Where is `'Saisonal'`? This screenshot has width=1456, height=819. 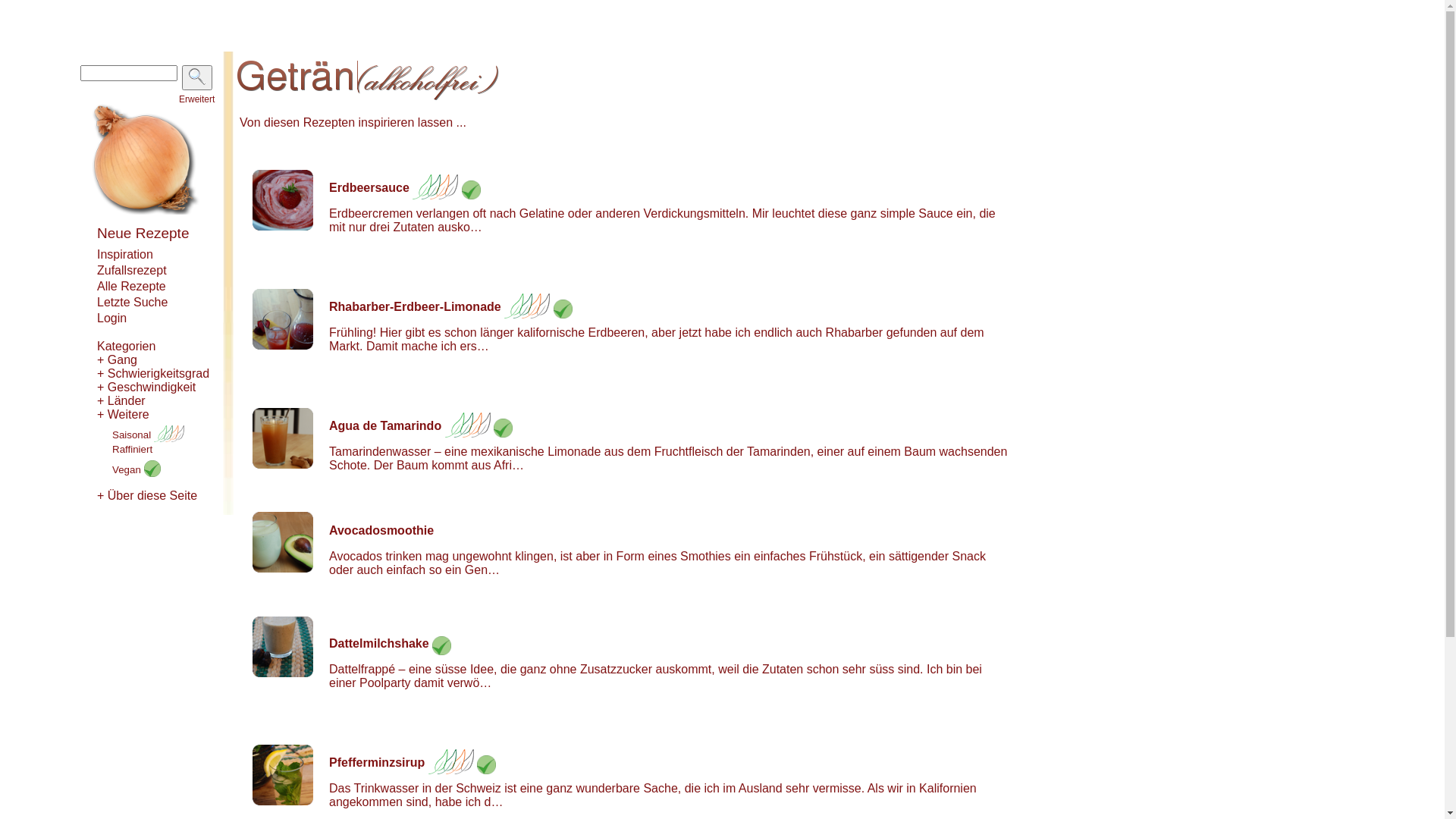
'Saisonal' is located at coordinates (148, 435).